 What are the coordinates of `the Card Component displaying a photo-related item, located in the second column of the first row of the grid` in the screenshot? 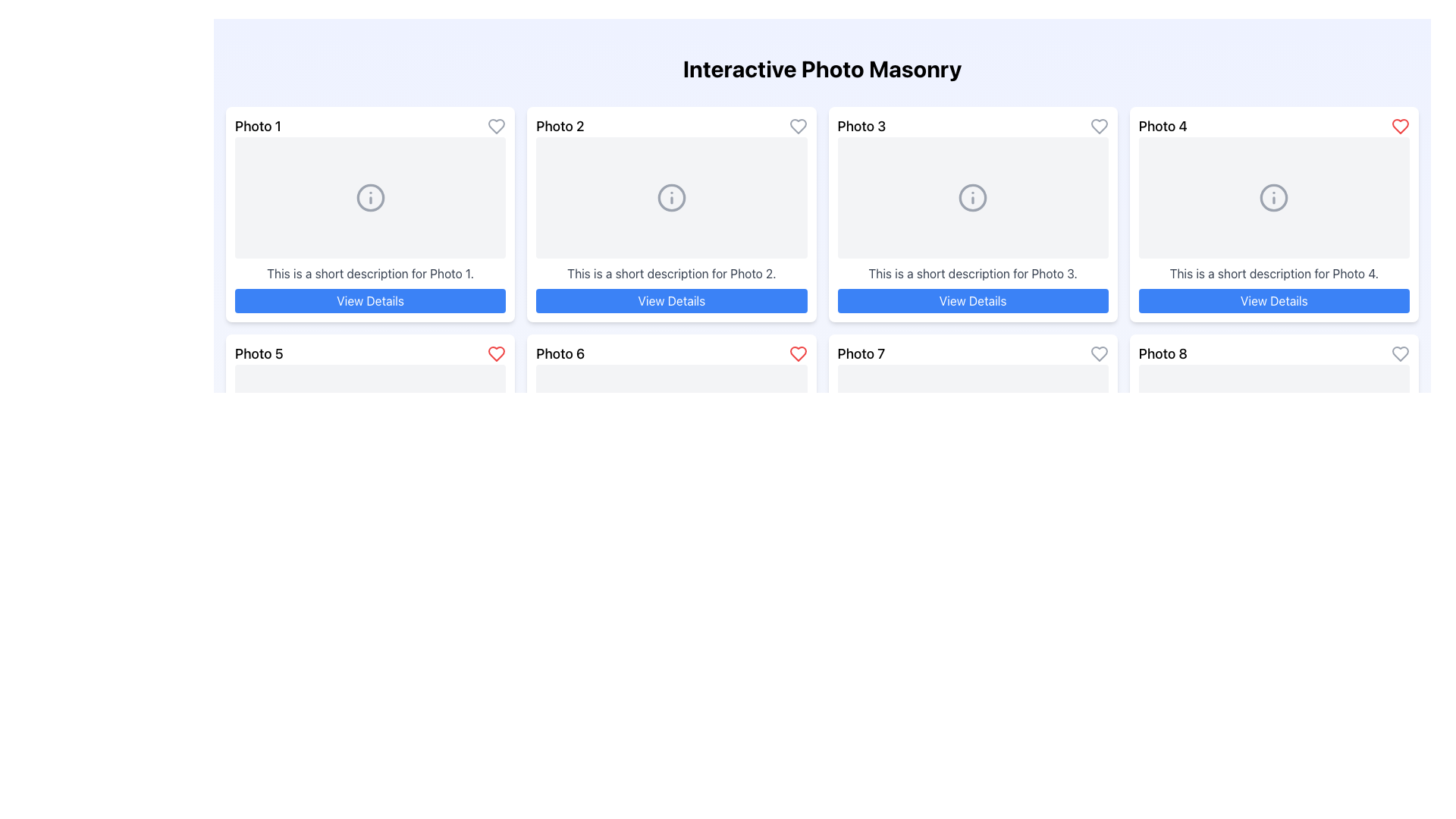 It's located at (670, 214).